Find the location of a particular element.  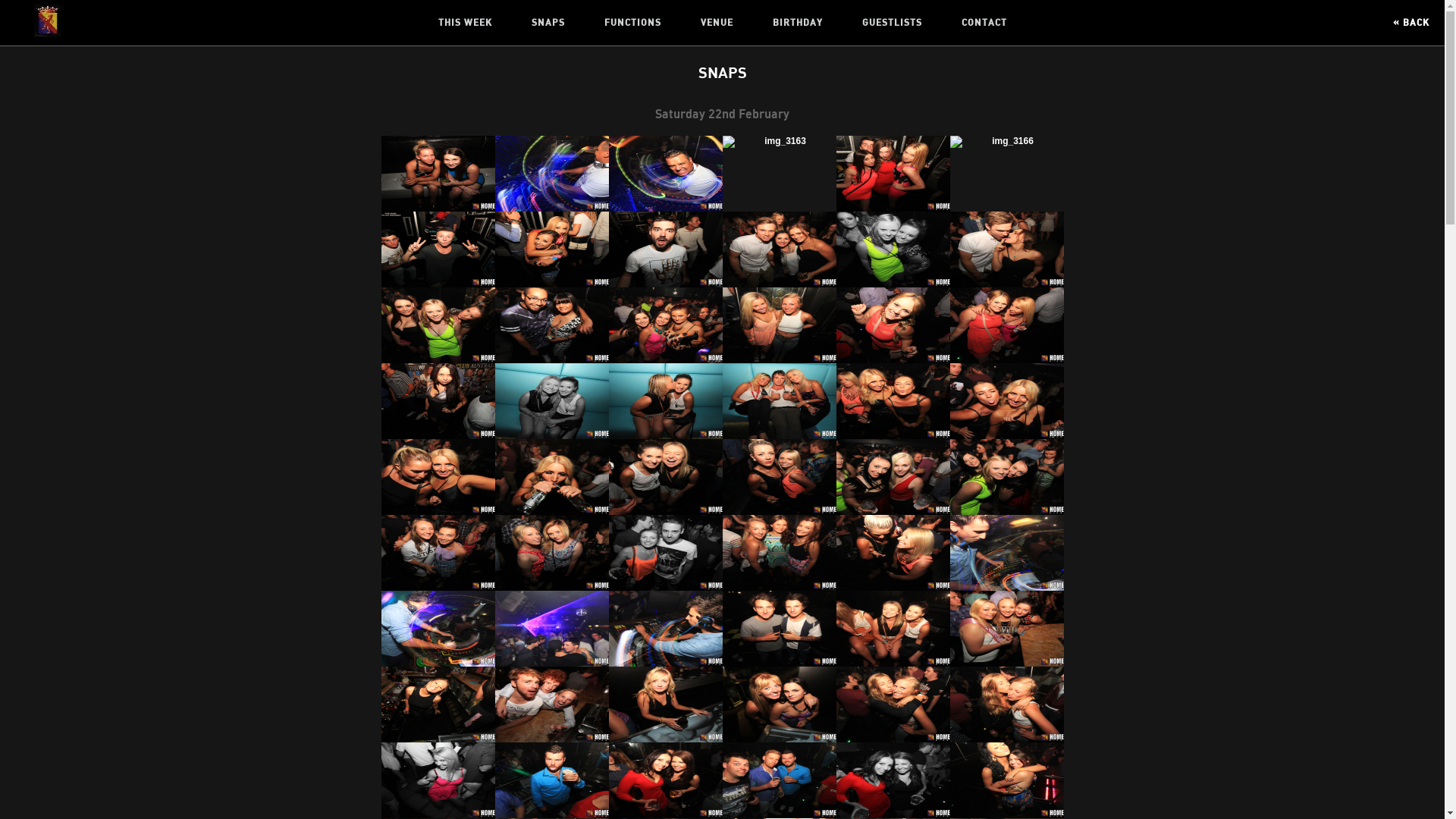

' ' is located at coordinates (550, 629).